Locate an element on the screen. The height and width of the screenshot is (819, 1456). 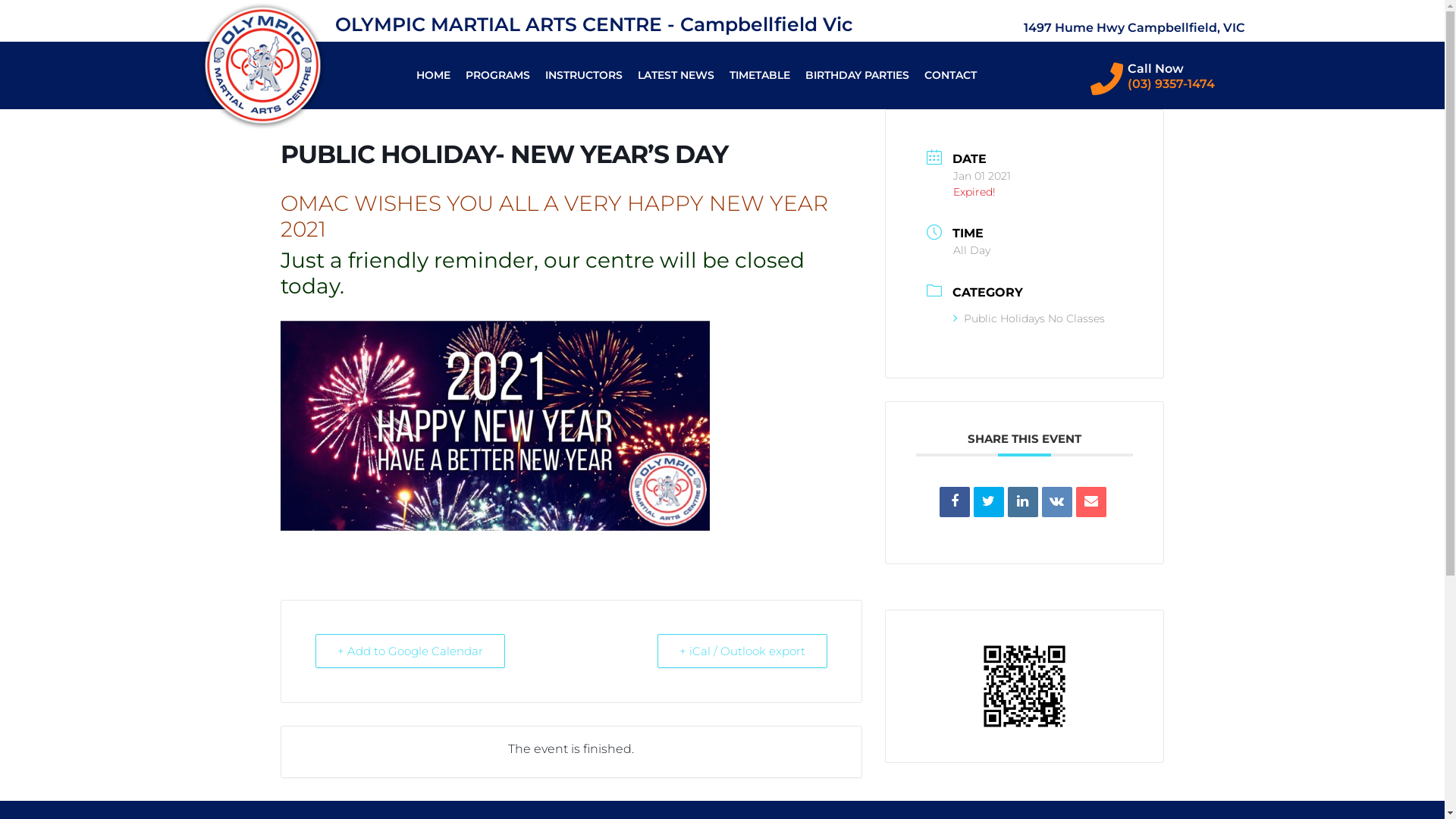
'INSTRUCTORS' is located at coordinates (538, 75).